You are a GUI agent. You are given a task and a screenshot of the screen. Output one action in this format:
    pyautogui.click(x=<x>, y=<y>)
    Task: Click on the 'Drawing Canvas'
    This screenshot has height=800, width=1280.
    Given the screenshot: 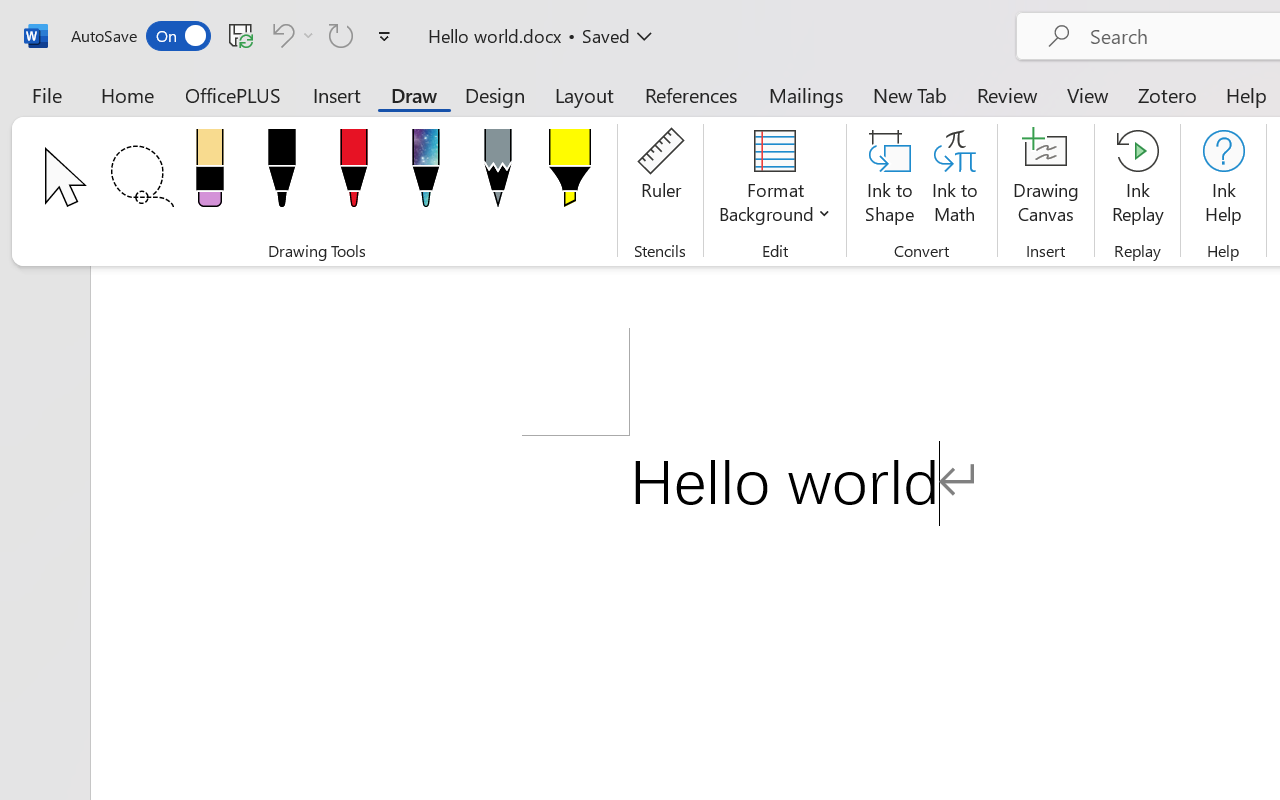 What is the action you would take?
    pyautogui.click(x=1045, y=179)
    